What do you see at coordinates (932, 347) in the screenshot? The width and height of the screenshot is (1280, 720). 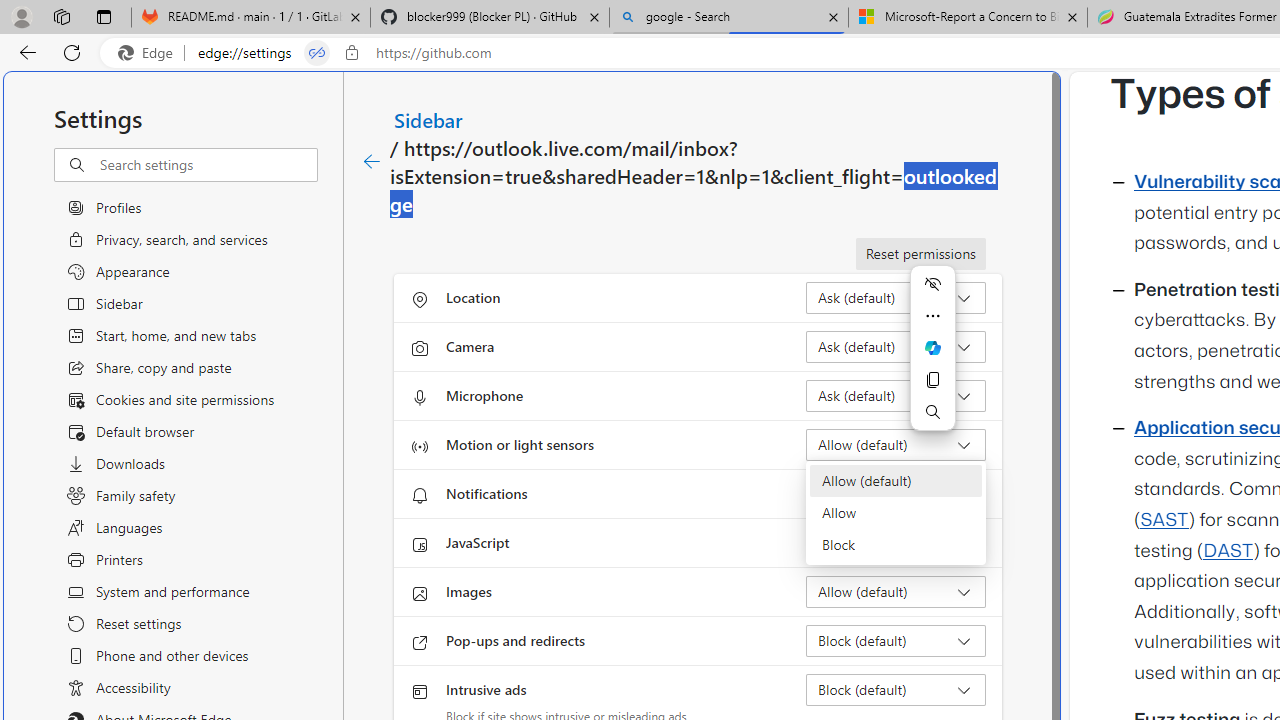 I see `'Ask Copilot'` at bounding box center [932, 347].